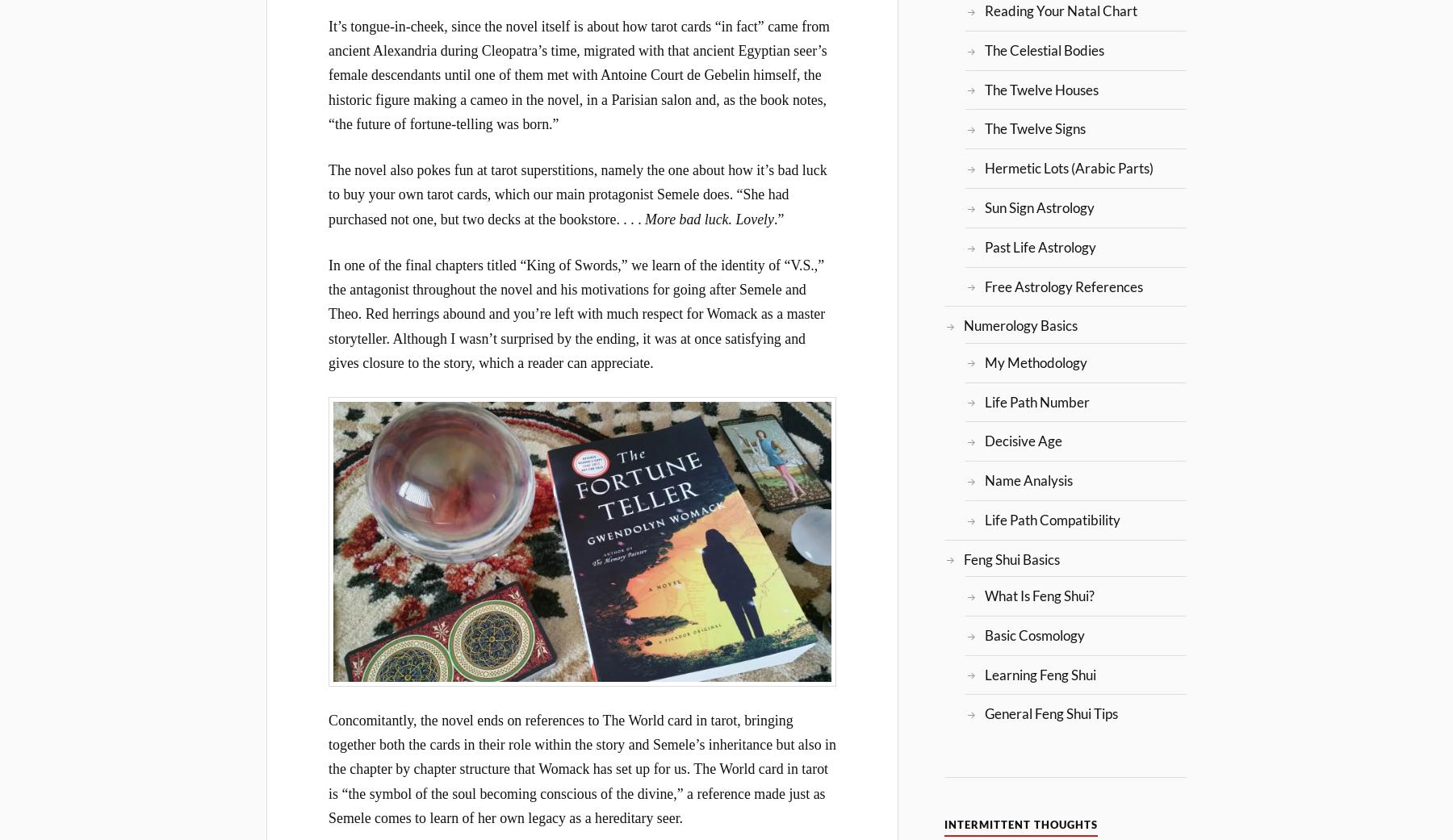 This screenshot has height=840, width=1453. What do you see at coordinates (577, 73) in the screenshot?
I see `'It’s tongue-in-cheek, since the novel itself is about how tarot cards “in fact” came from ancient Alexandria during Cleopatra’s time, migrated with that ancient Egyptian seer’s female descendants until one of them met with Antoine Court de Gebelin himself, the historic figure making a cameo in the novel, in a Parisian salon and, as the book notes, “the future of fortune-telling was born.”'` at bounding box center [577, 73].